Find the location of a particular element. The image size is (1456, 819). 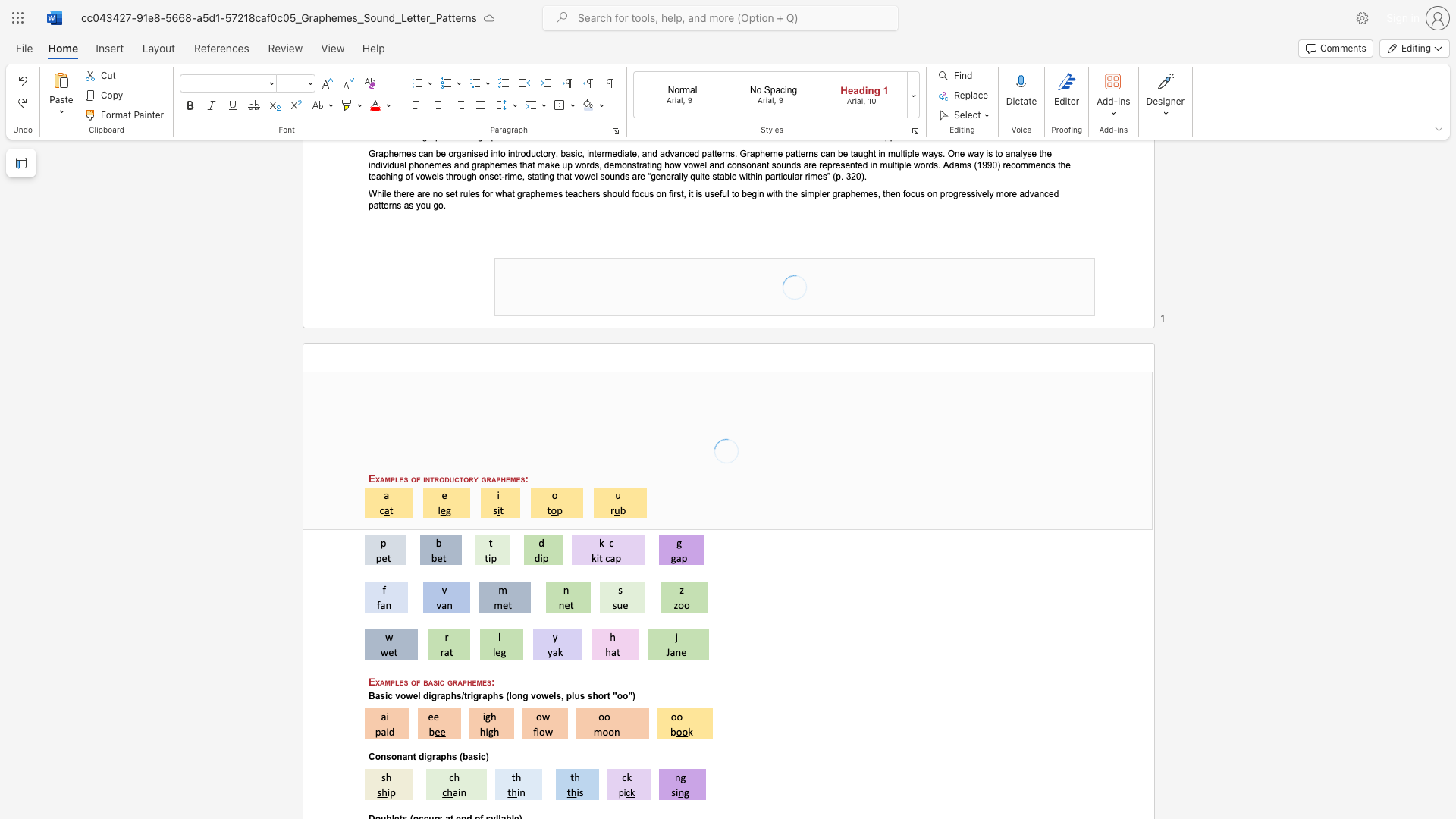

the space between the continuous character "o" and "d" in the text is located at coordinates (444, 479).